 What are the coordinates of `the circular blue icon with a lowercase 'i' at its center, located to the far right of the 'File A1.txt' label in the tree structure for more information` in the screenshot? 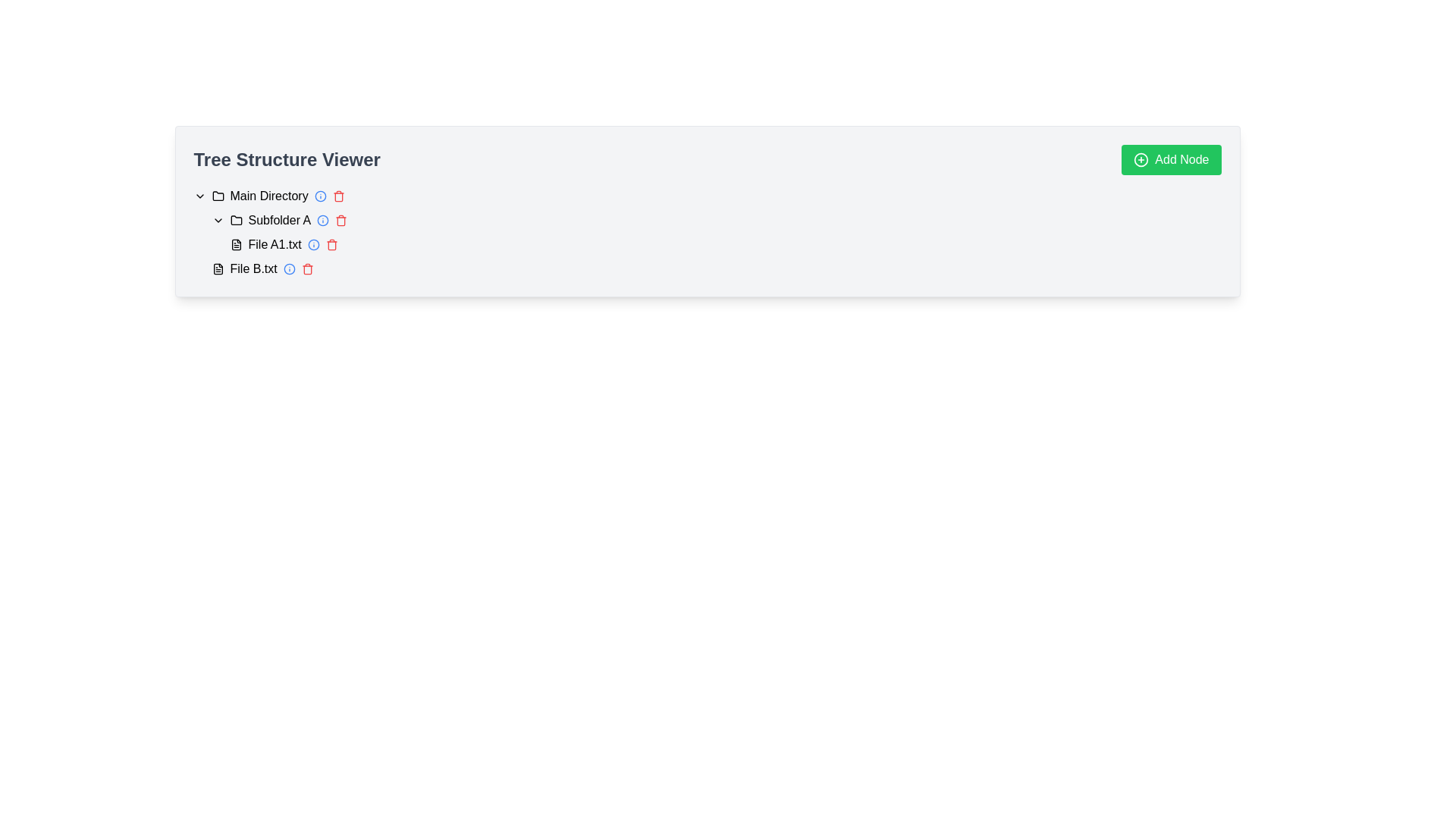 It's located at (312, 244).